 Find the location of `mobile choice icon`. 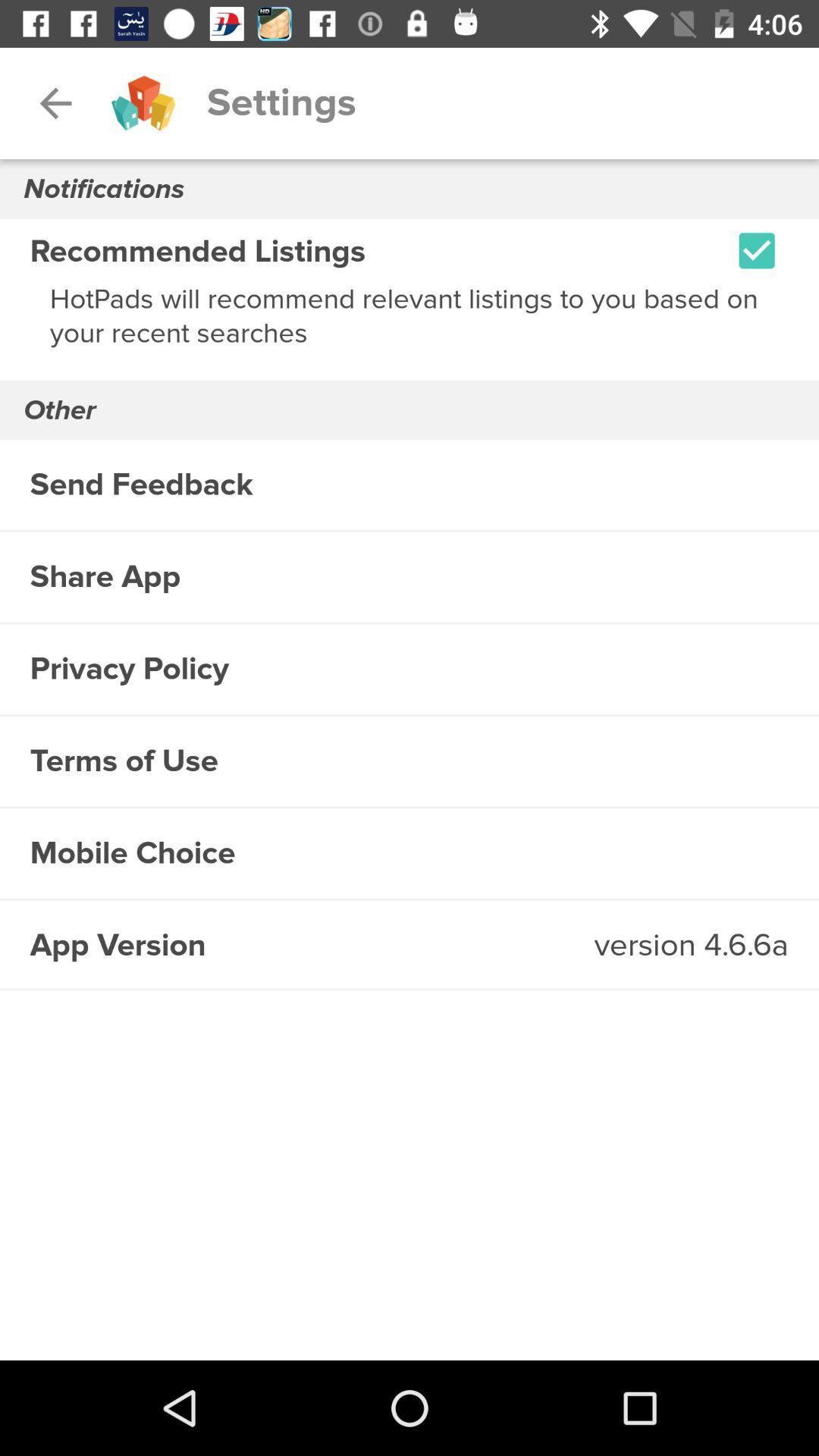

mobile choice icon is located at coordinates (409, 853).